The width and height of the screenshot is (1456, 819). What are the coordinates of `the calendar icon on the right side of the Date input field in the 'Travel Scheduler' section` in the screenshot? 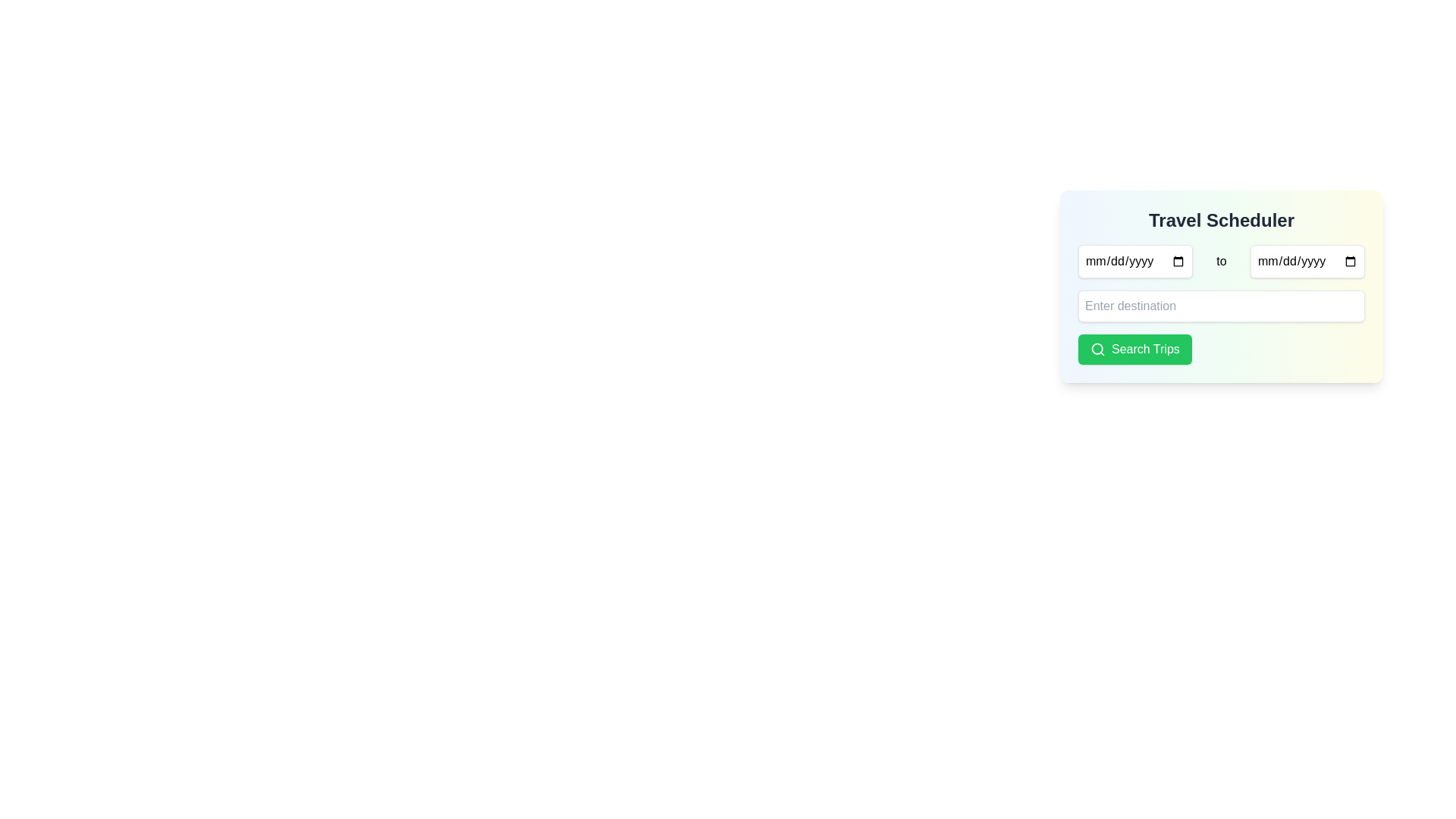 It's located at (1307, 260).